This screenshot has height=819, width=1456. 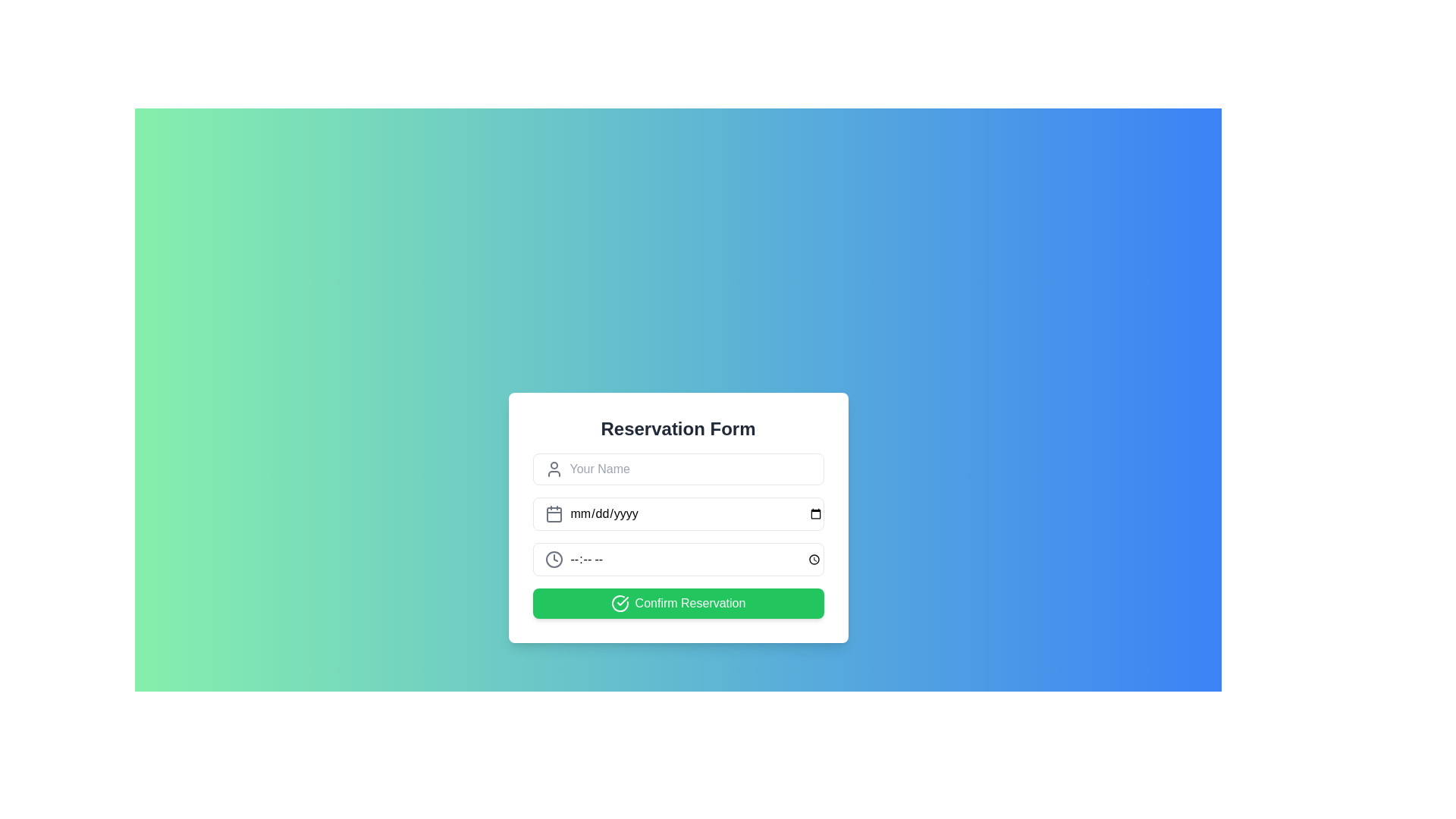 I want to click on the time input field, which is styled with rounded corners and includes clock icons, so click(x=677, y=559).